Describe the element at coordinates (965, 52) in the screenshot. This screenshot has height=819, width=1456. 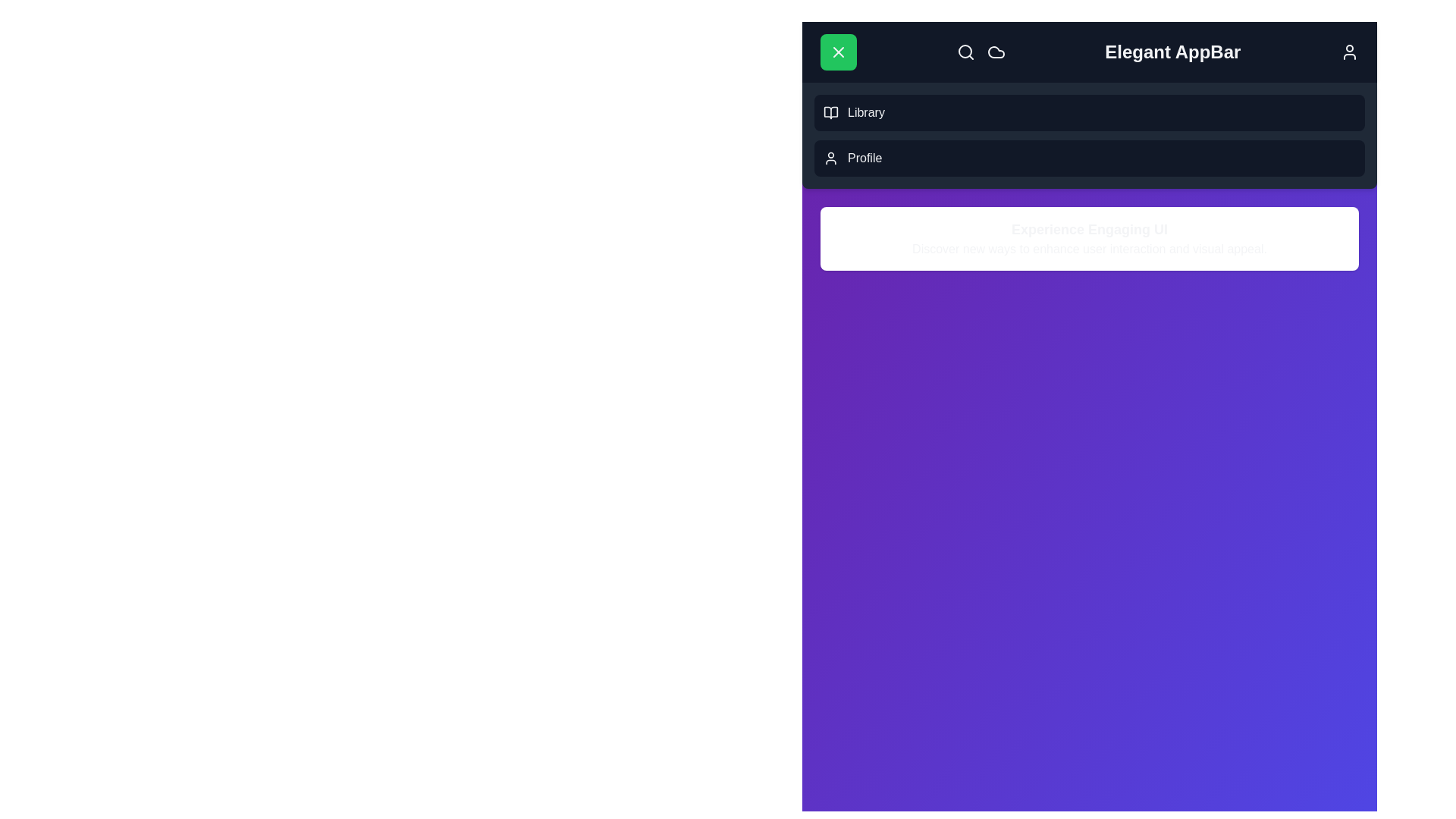
I see `the search icon to initiate a search action` at that location.